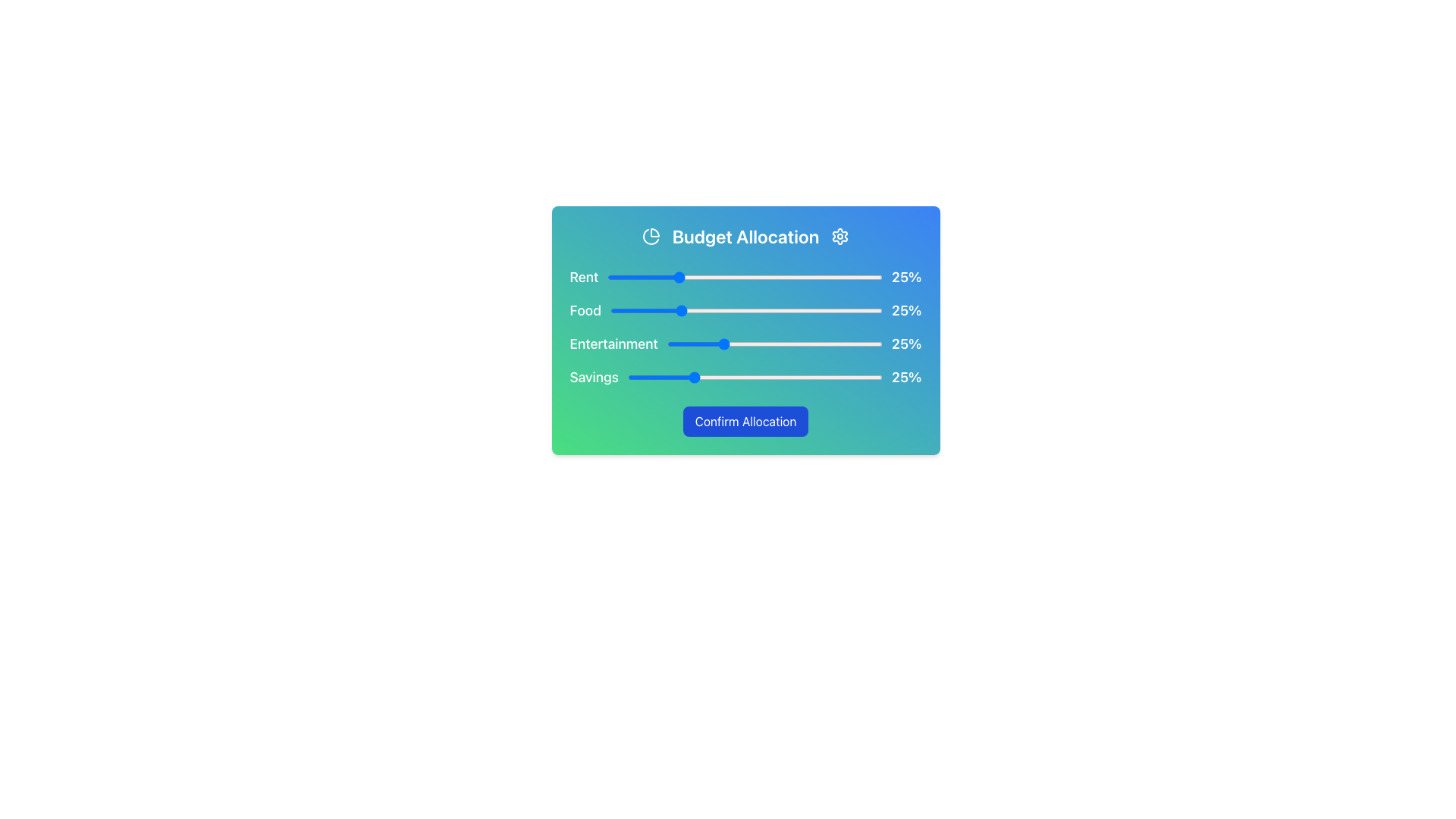 The height and width of the screenshot is (819, 1456). What do you see at coordinates (767, 376) in the screenshot?
I see `the Savings slider` at bounding box center [767, 376].